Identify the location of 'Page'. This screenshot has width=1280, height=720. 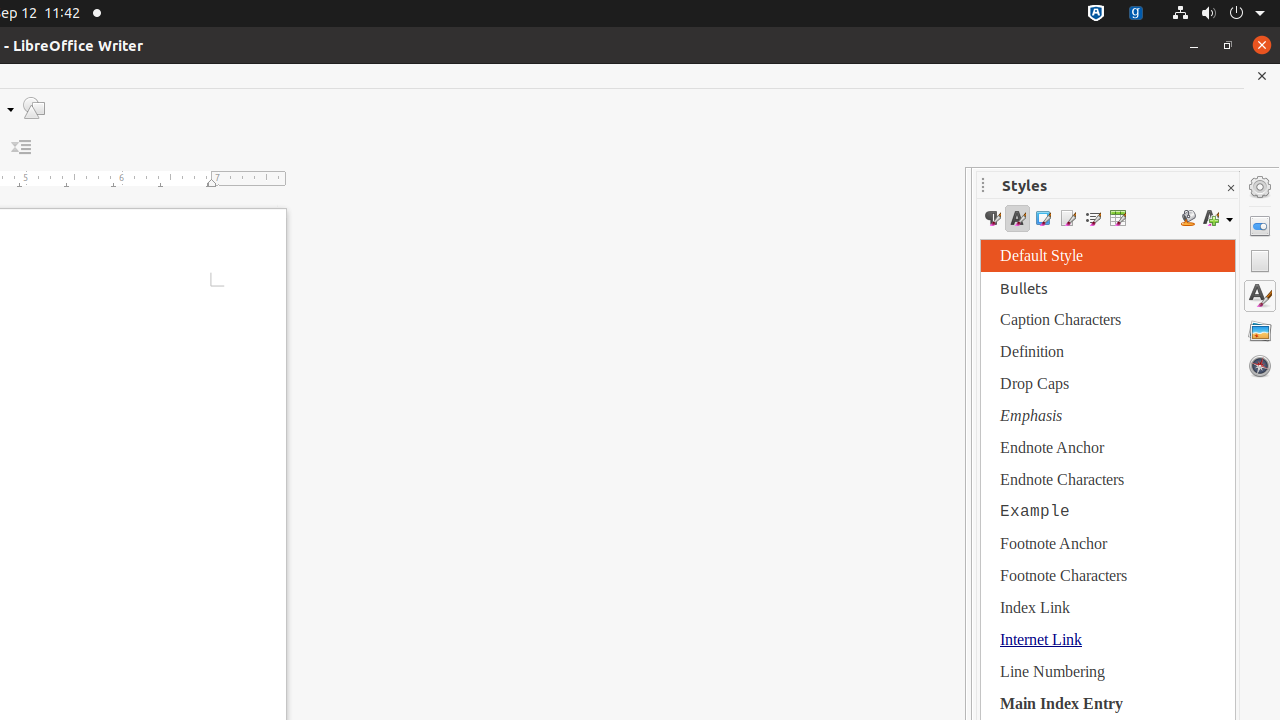
(1259, 260).